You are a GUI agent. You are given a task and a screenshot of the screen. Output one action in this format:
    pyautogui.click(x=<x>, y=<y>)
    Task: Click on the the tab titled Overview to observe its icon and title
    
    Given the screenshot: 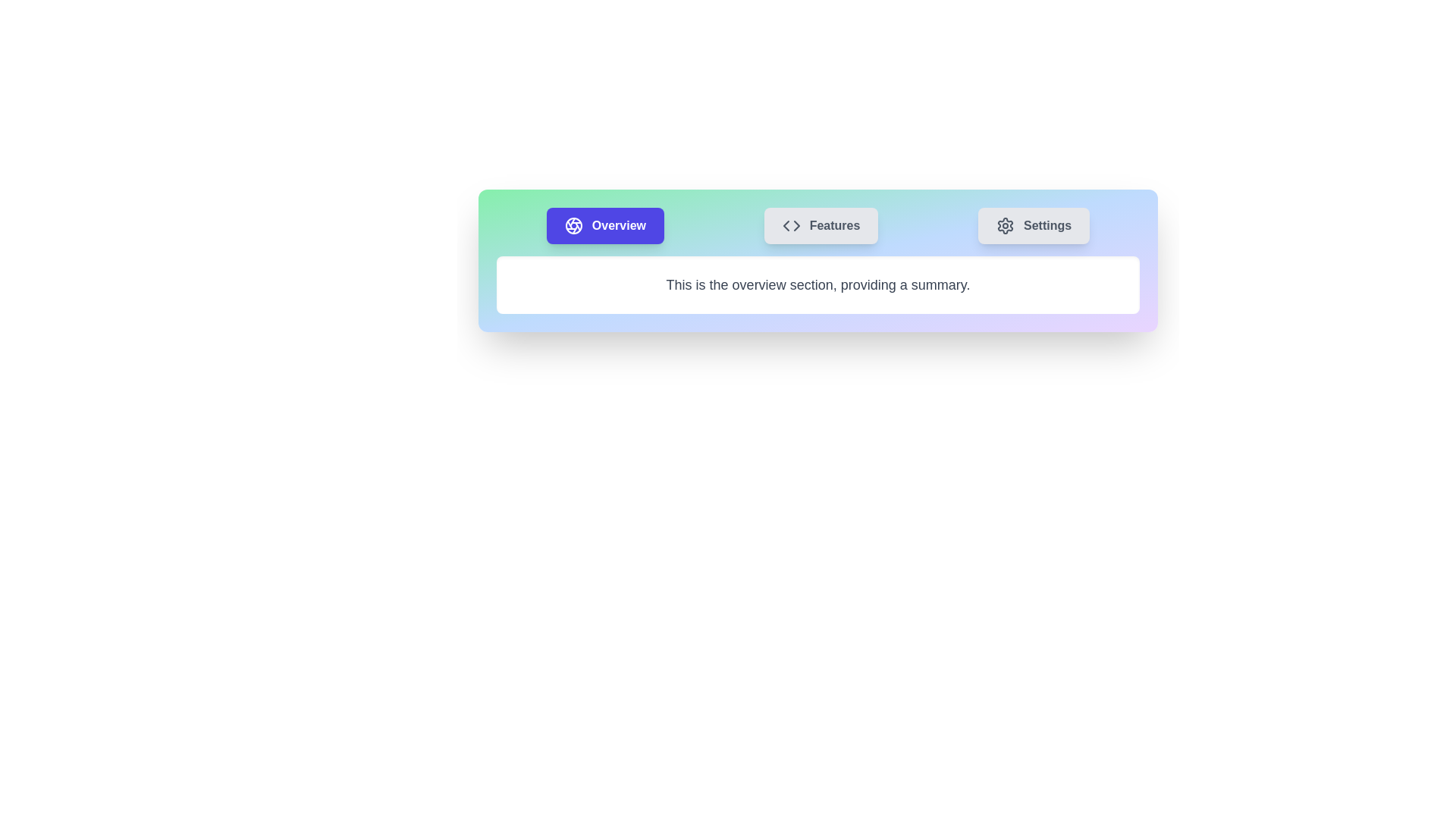 What is the action you would take?
    pyautogui.click(x=604, y=225)
    